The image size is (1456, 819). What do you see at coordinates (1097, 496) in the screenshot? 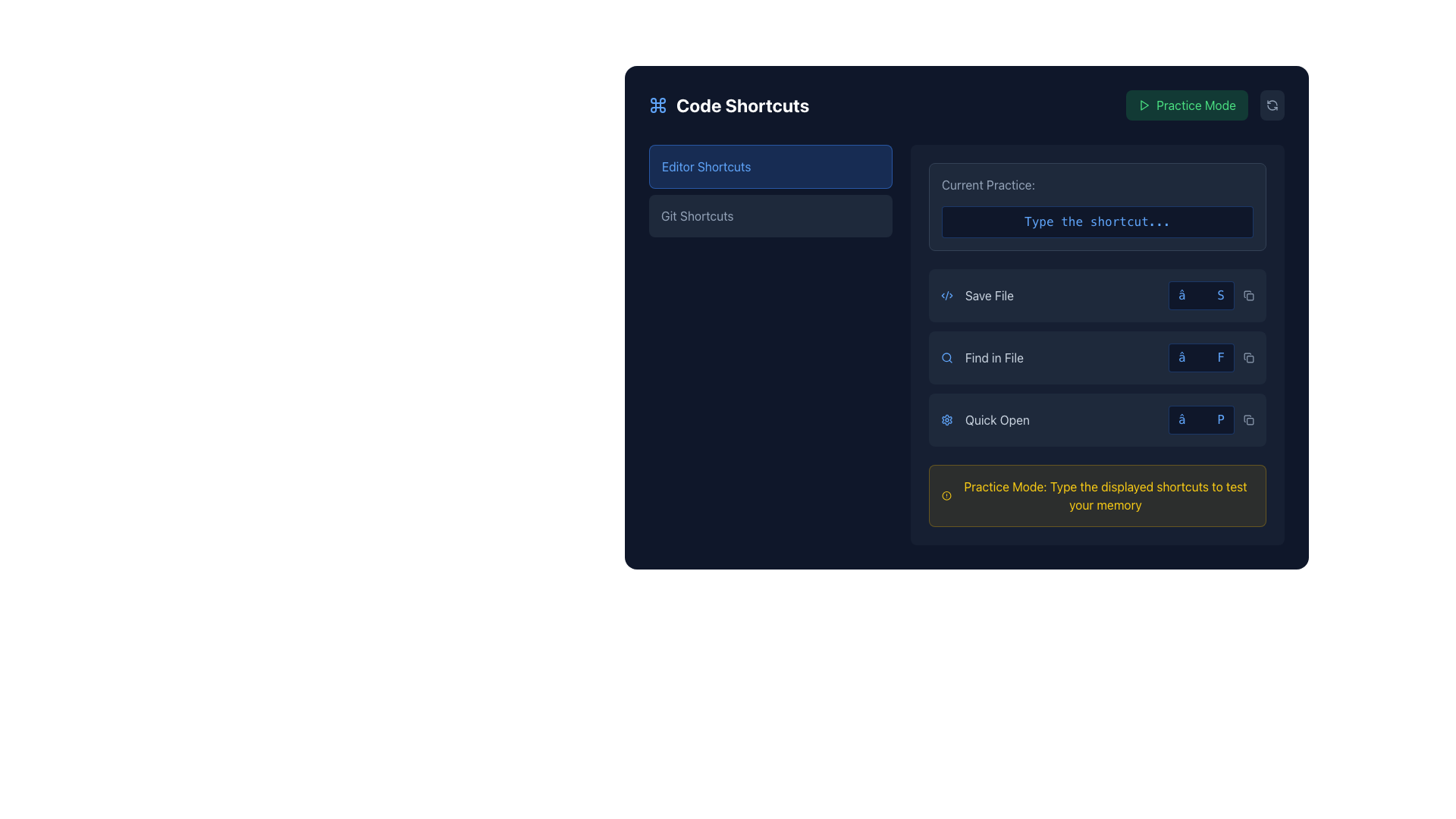
I see `the informational text labeled 'Practice Mode: Type the displayed shortcuts to test your memory', which is styled with yellow font and a yellow border, located at the bottom-right segment of the interface` at bounding box center [1097, 496].